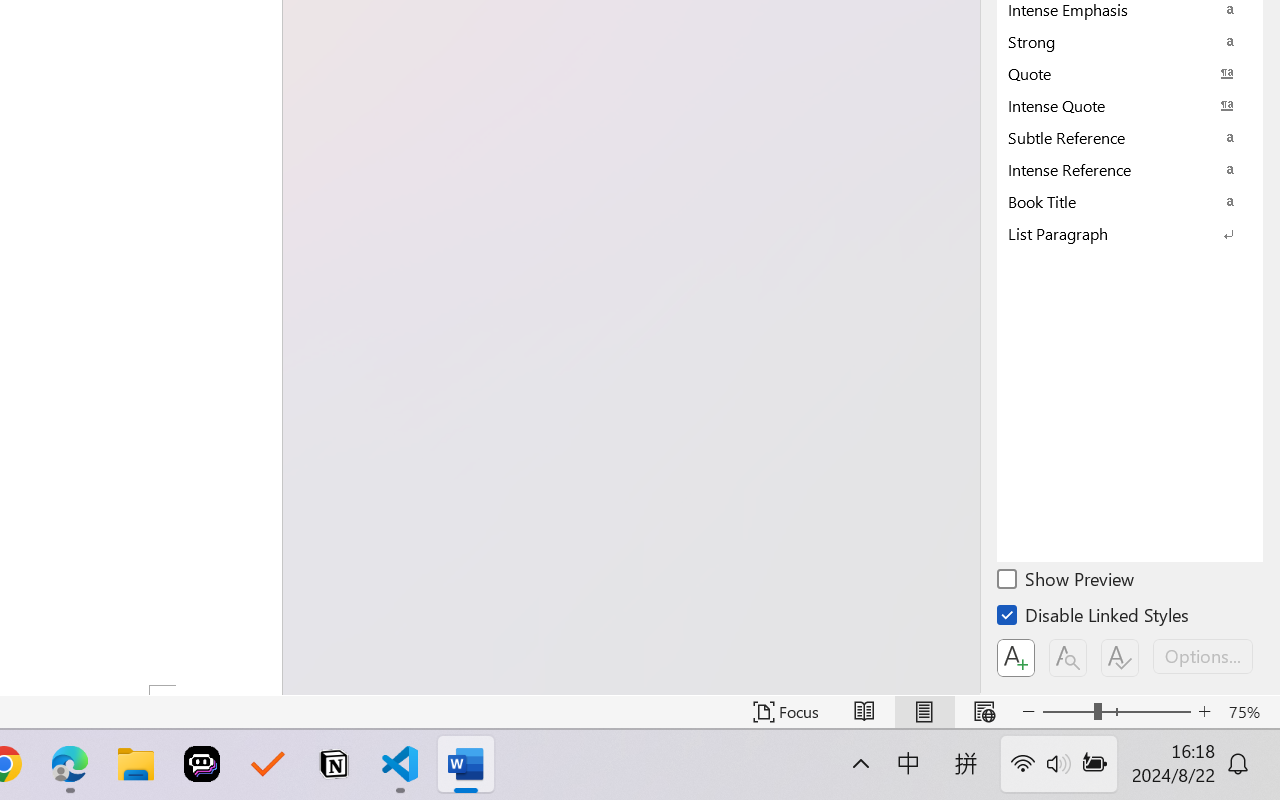 Image resolution: width=1280 pixels, height=800 pixels. What do you see at coordinates (1130, 168) in the screenshot?
I see `'Intense Reference'` at bounding box center [1130, 168].